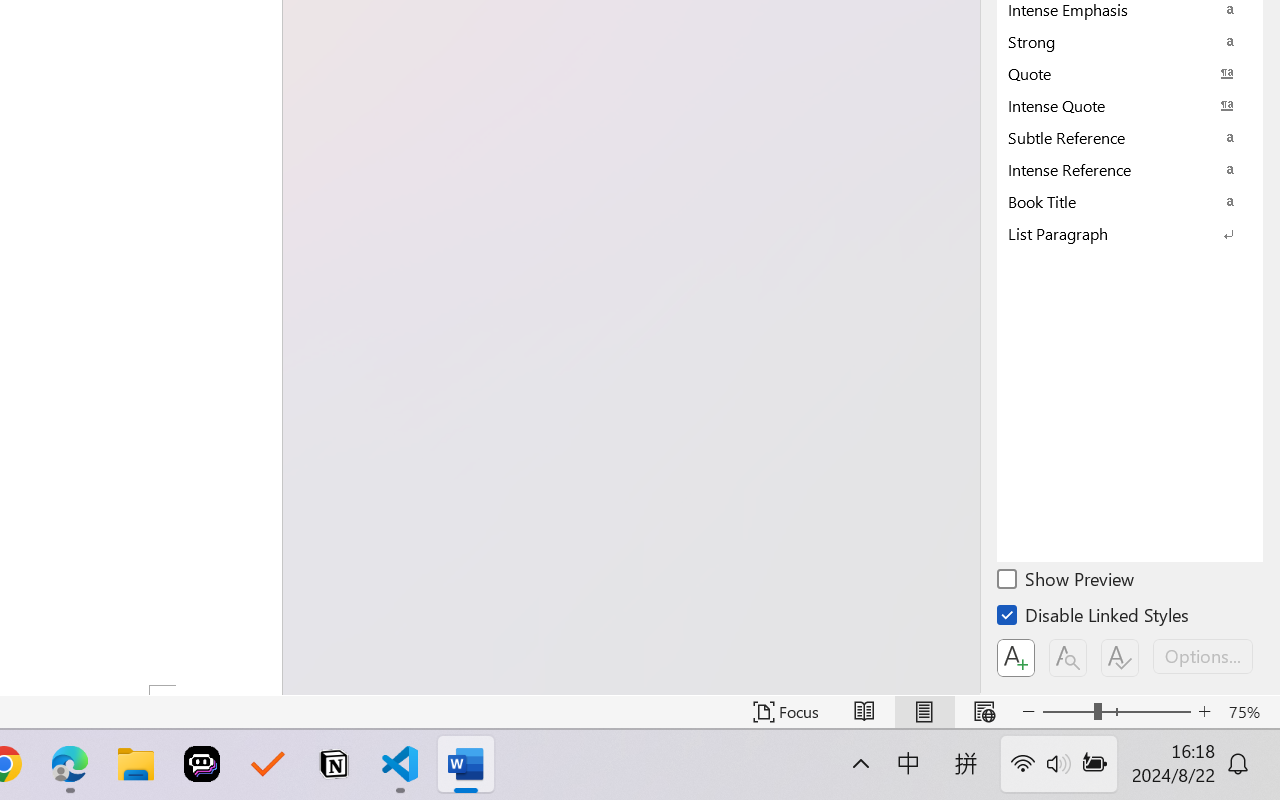 Image resolution: width=1280 pixels, height=800 pixels. What do you see at coordinates (1130, 168) in the screenshot?
I see `'Intense Reference'` at bounding box center [1130, 168].